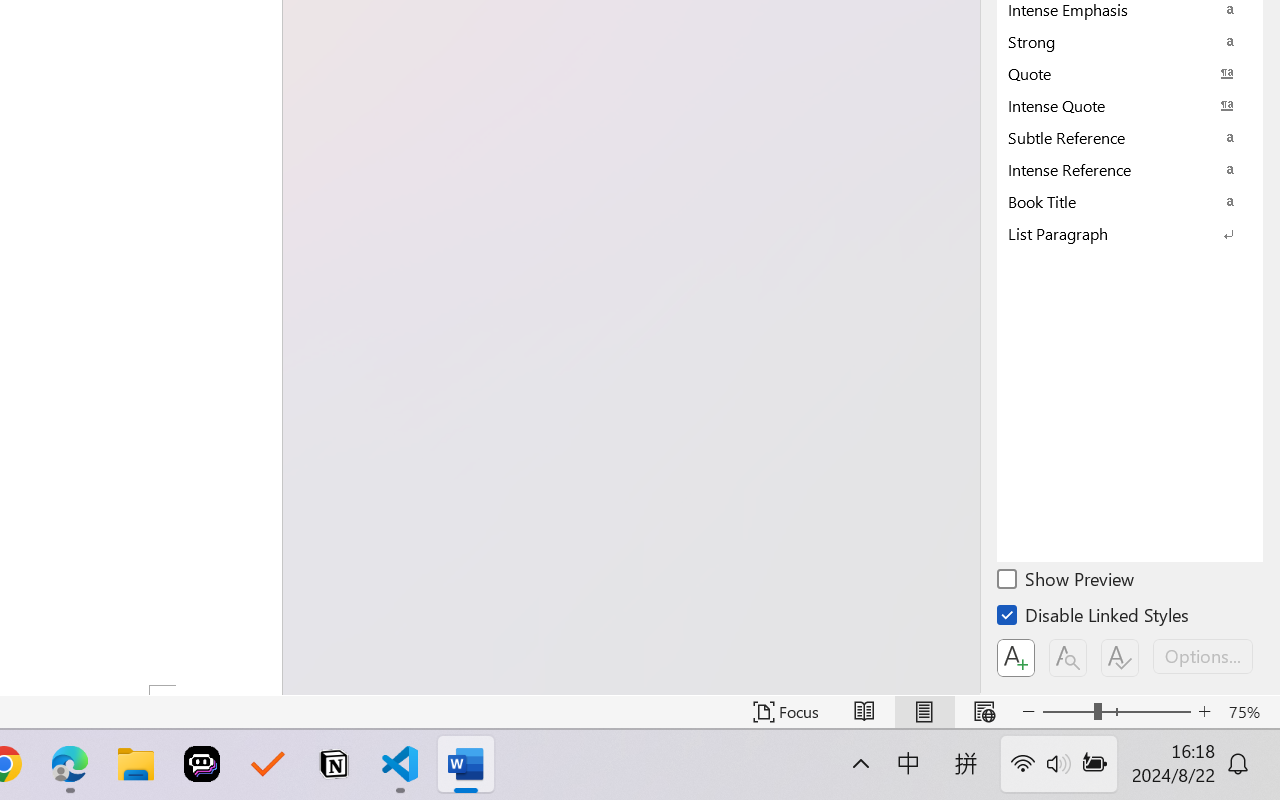 Image resolution: width=1280 pixels, height=800 pixels. What do you see at coordinates (1130, 168) in the screenshot?
I see `'Intense Reference'` at bounding box center [1130, 168].